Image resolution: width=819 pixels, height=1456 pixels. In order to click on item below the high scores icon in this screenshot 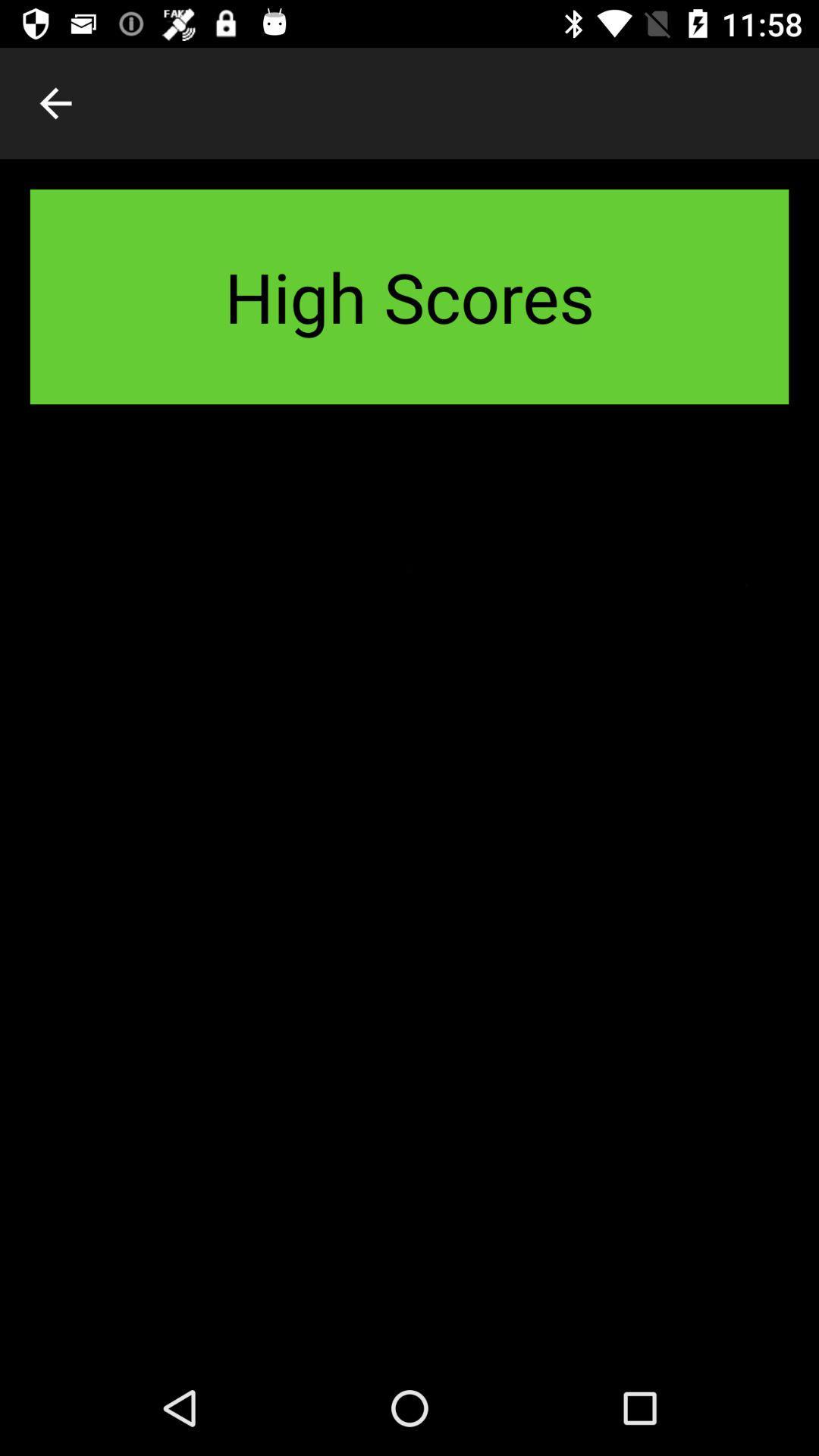, I will do `click(409, 897)`.